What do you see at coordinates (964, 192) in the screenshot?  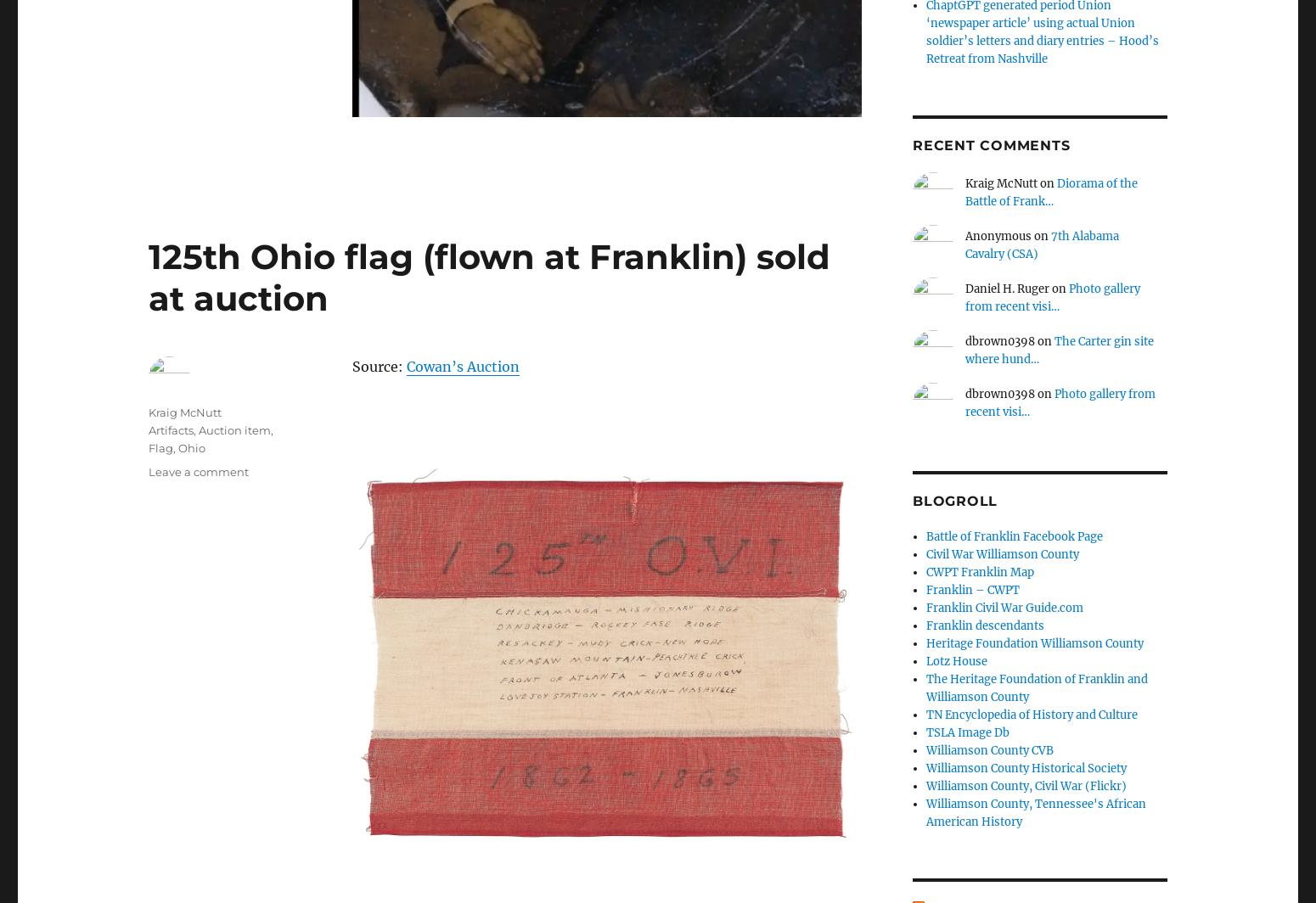 I see `'Diorama of the Battle of Frank…'` at bounding box center [964, 192].